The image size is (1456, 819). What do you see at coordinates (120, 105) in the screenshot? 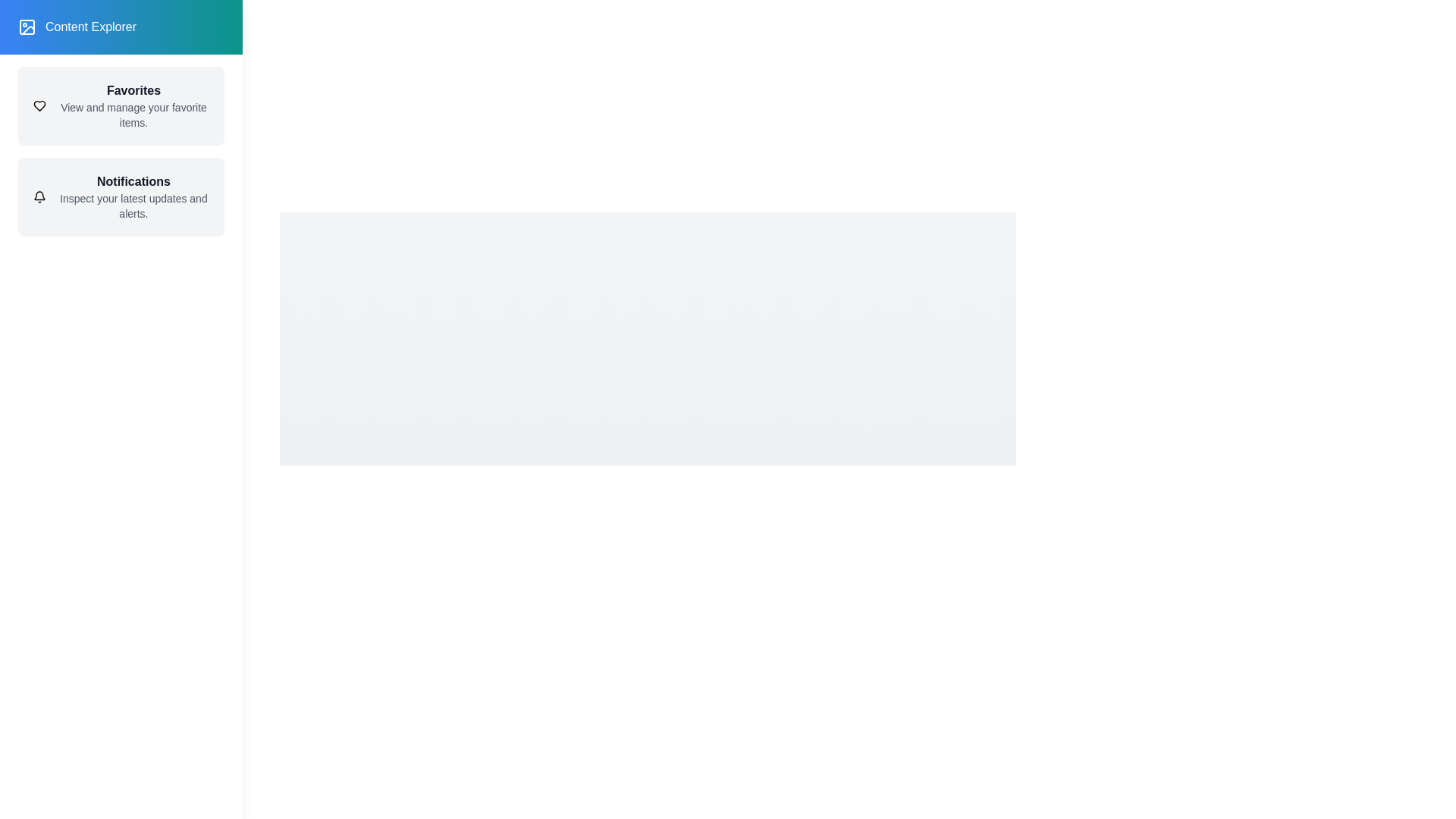
I see `the 'Favorites' item in the drawer` at bounding box center [120, 105].